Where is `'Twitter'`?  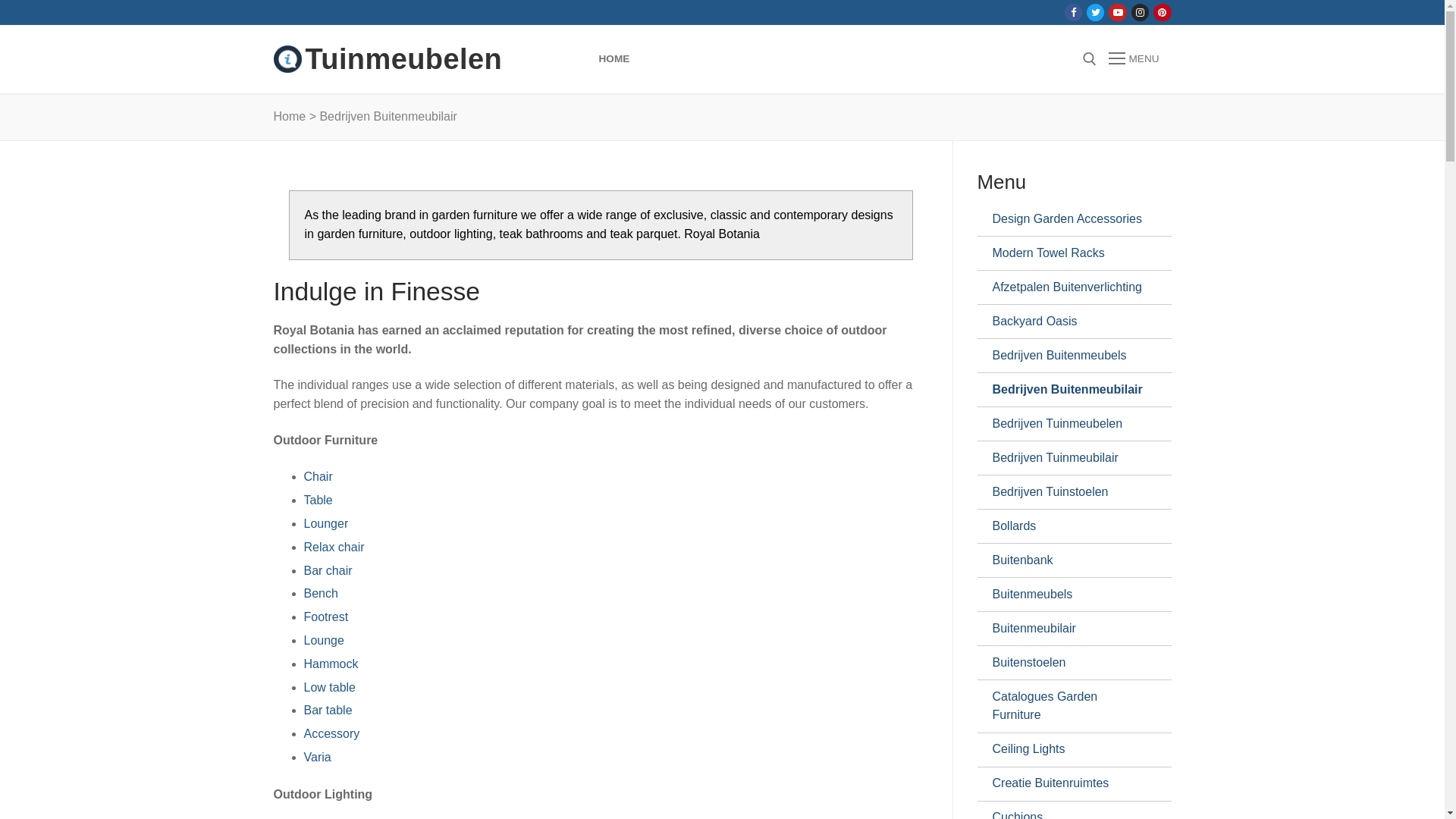
'Twitter' is located at coordinates (1095, 12).